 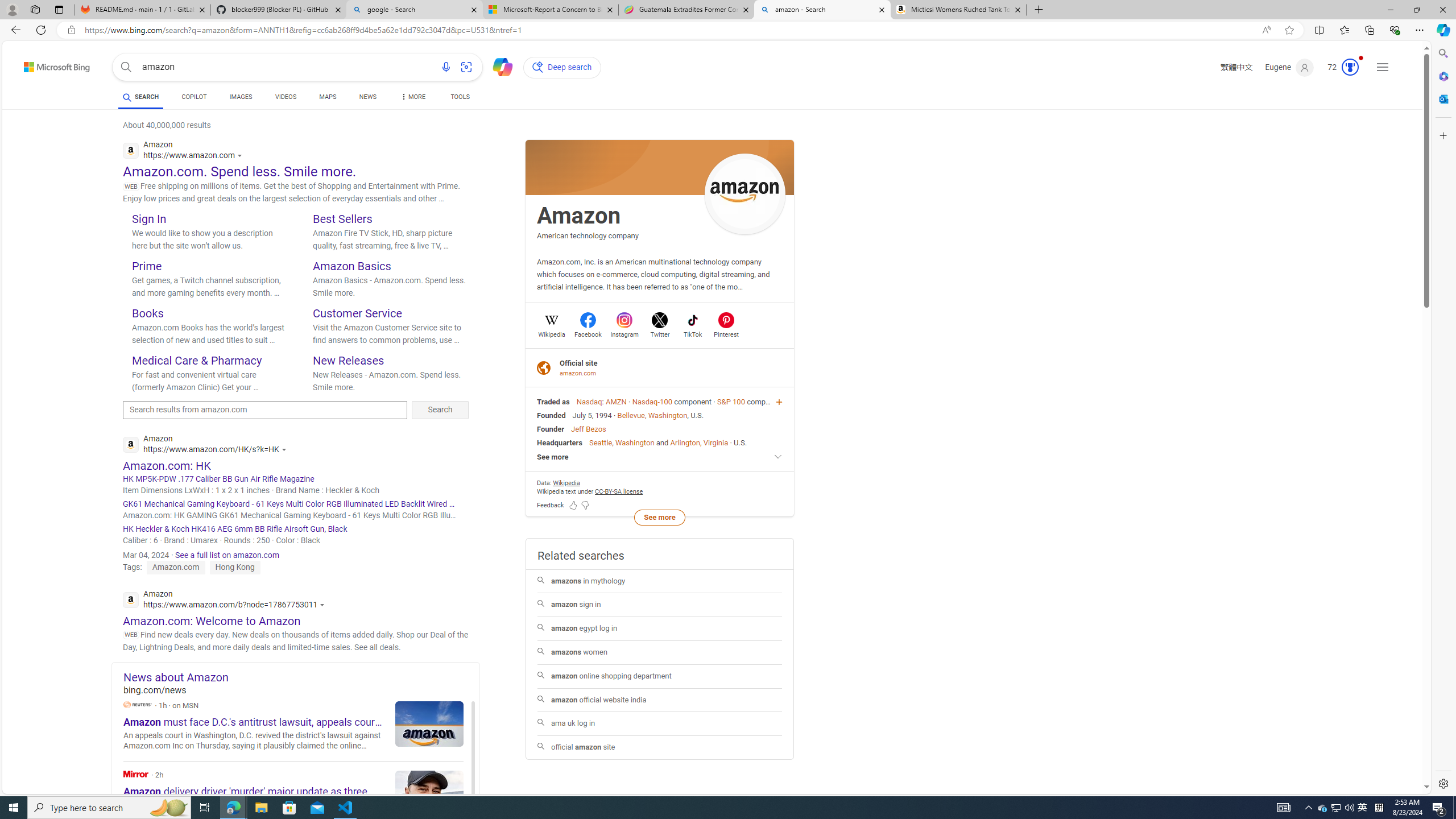 I want to click on 'Founder', so click(x=550, y=429).